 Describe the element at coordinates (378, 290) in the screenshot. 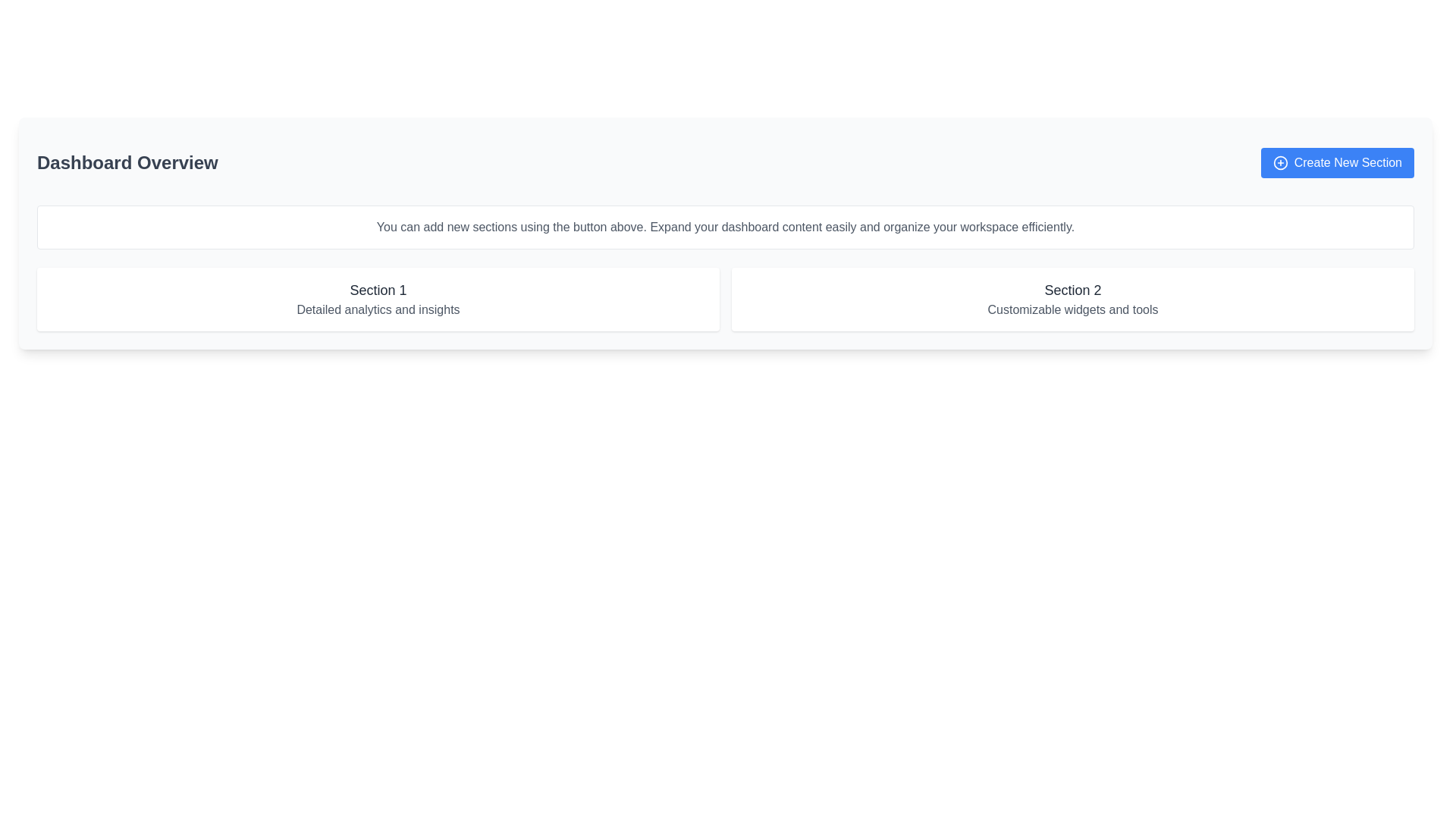

I see `the text of the heading labeled 'Section 1', which is styled in bold and larger font in dark gray, located in the leftmost section of a horizontally-aligned layout` at that location.